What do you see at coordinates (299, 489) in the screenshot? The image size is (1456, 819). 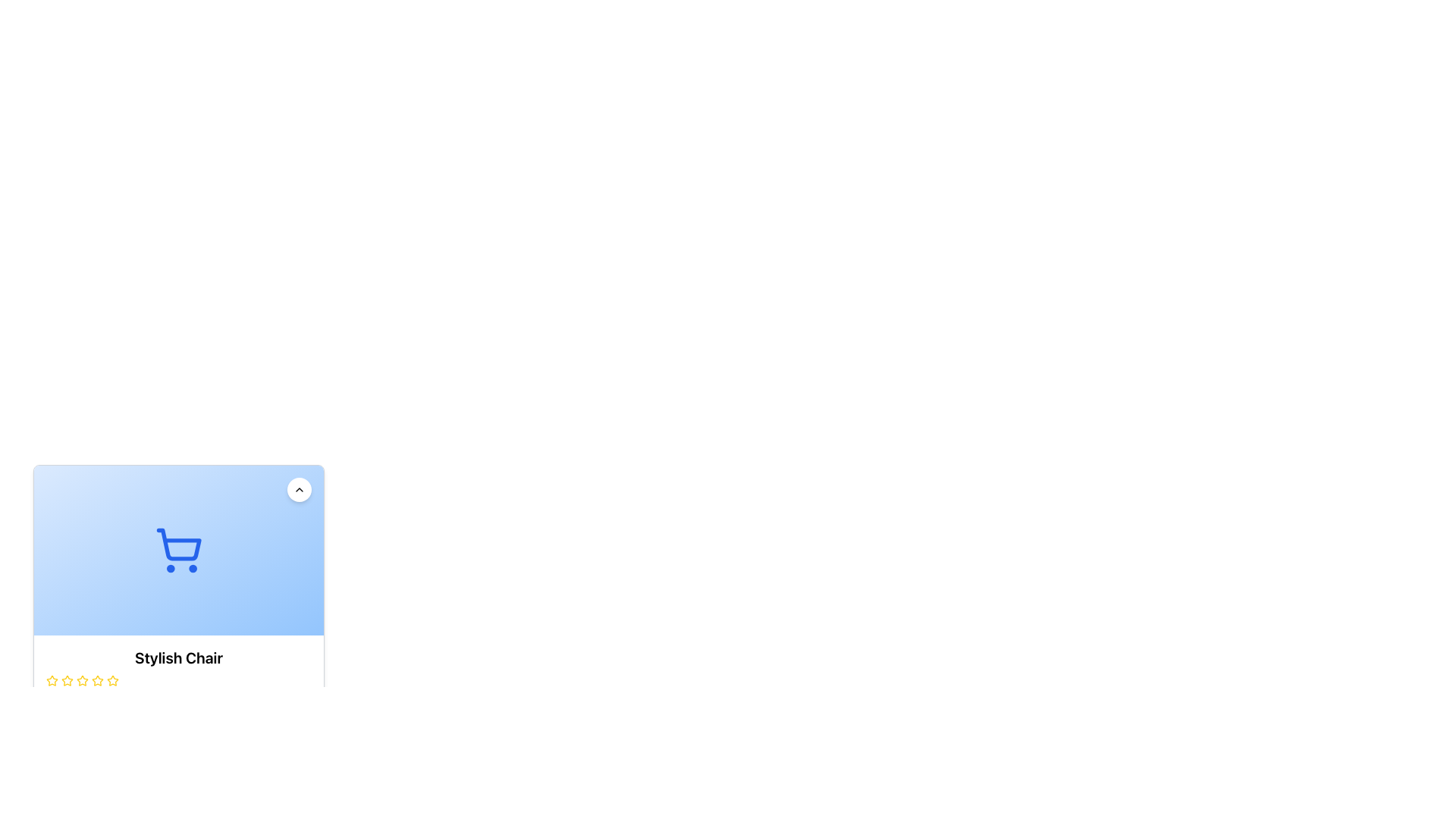 I see `the circular button with a white background and a black upward-pointing chevron icon located at the top-right corner of the card above the text 'Stylish Chair'` at bounding box center [299, 489].